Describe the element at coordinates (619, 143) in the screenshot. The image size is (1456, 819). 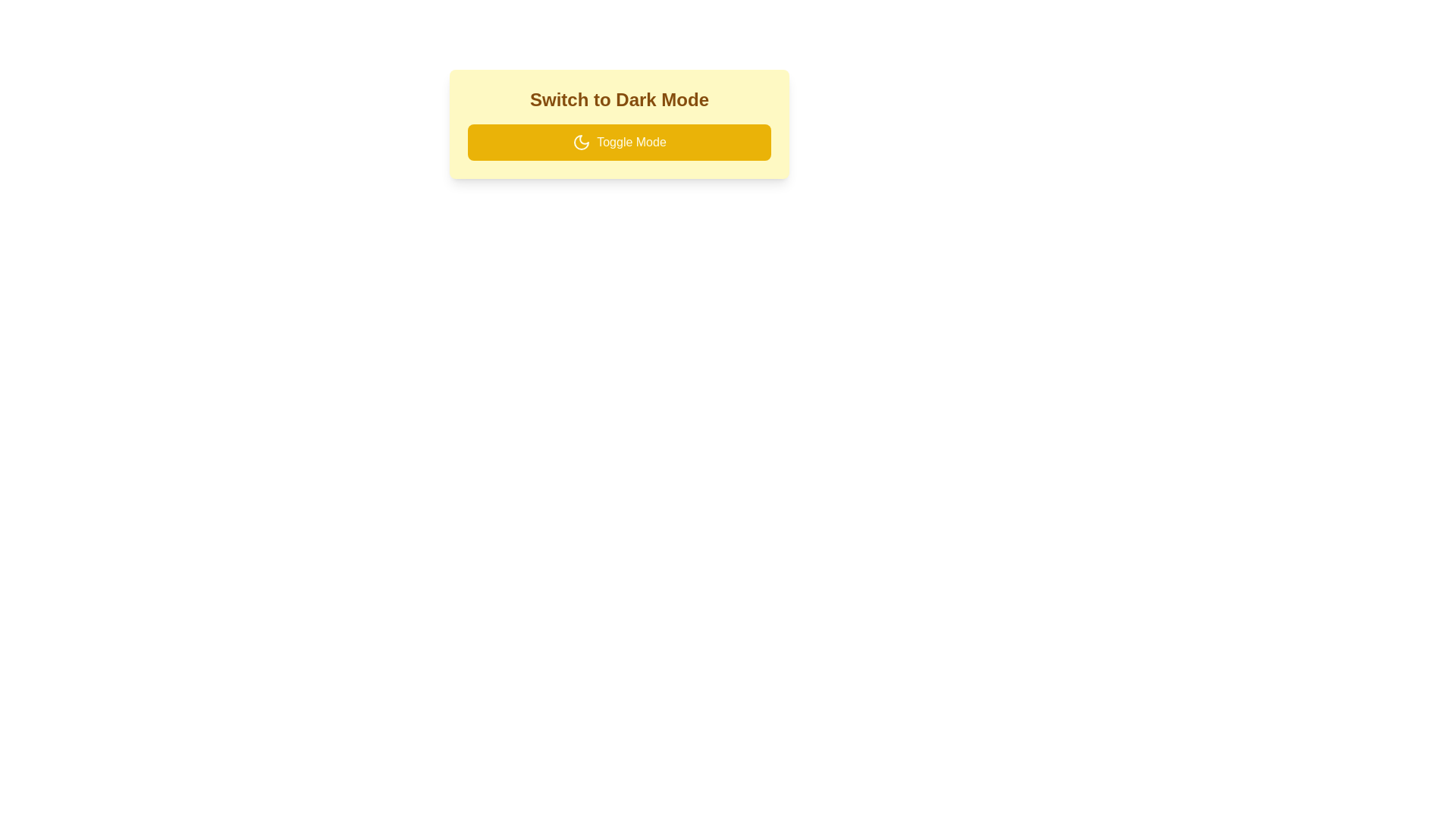
I see `'Toggle Mode' button to switch the mode` at that location.